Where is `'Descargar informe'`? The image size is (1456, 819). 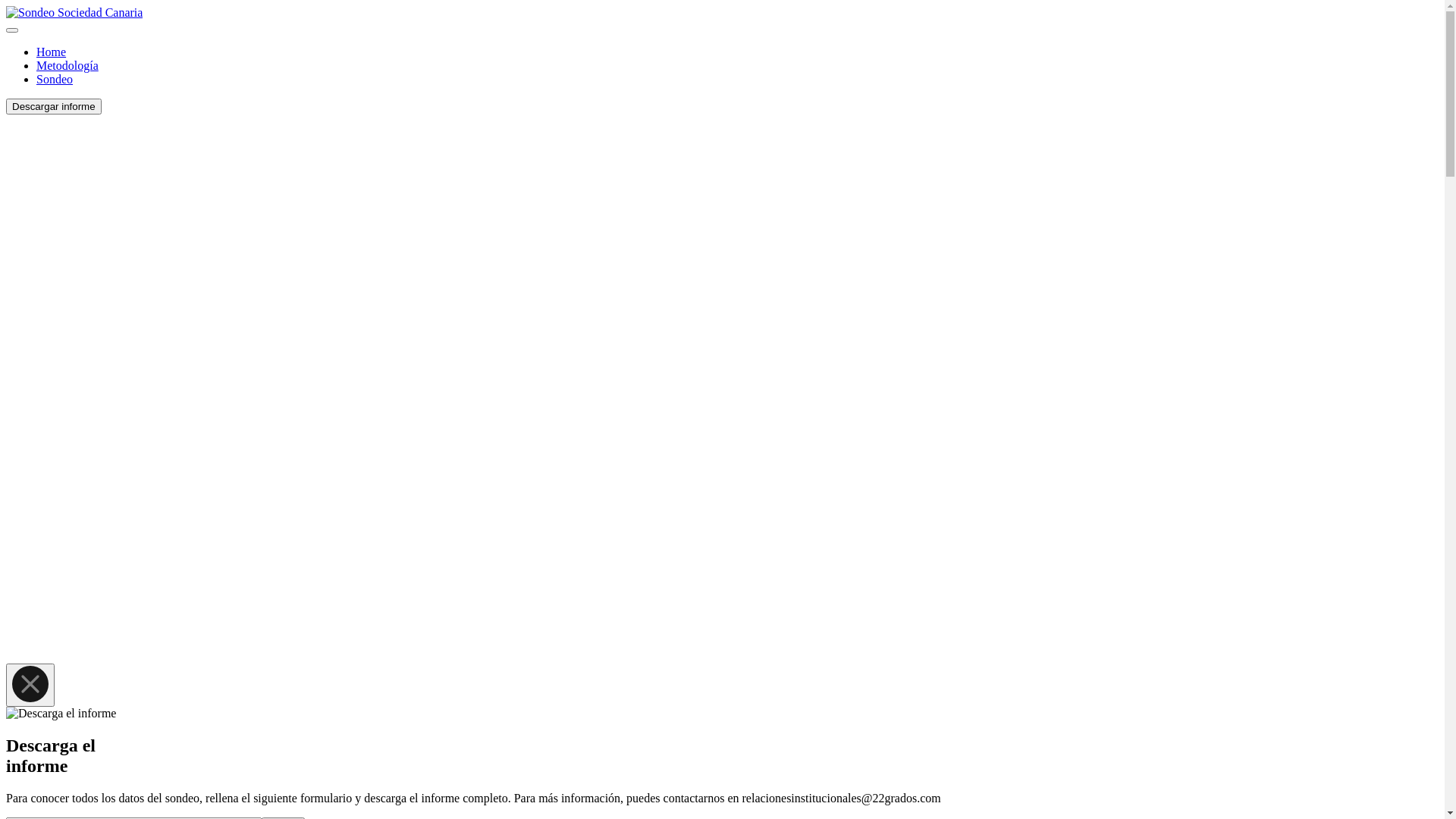
'Descargar informe' is located at coordinates (6, 105).